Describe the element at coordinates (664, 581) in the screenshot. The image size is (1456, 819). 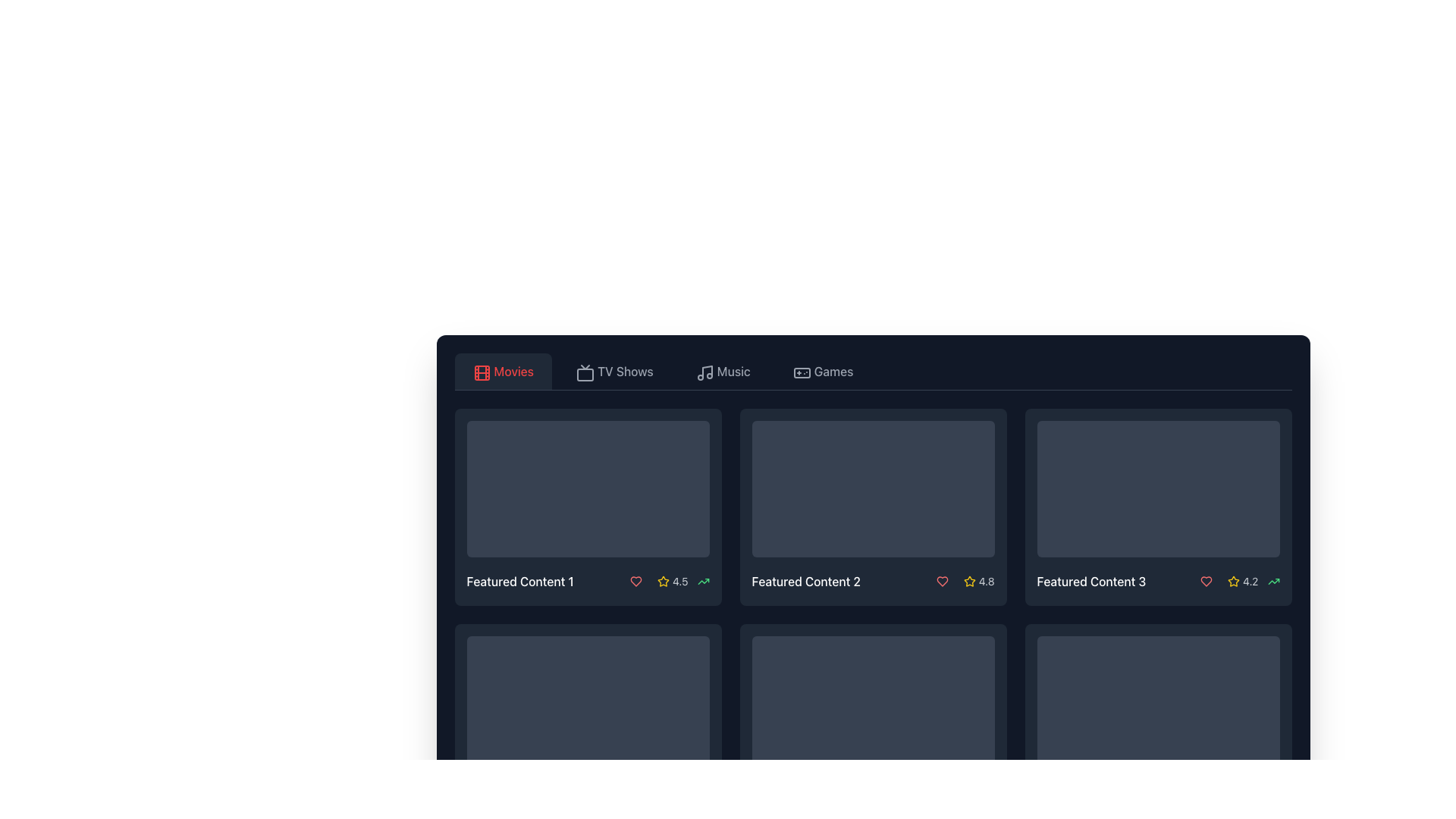
I see `the star-shaped rating icon, which has a yellow outline and is located next to the rating text '4.5'` at that location.